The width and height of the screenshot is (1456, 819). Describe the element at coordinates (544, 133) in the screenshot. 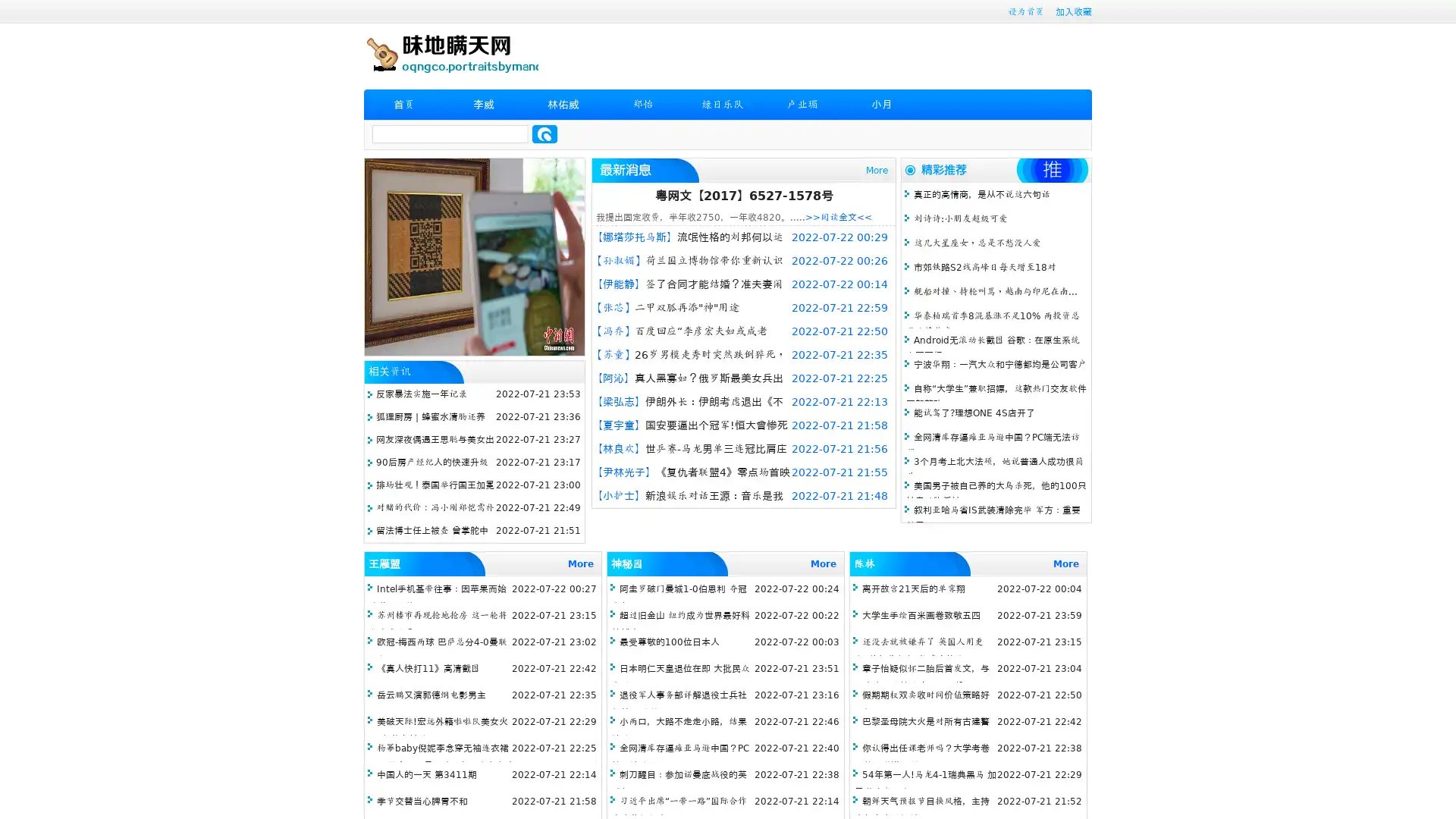

I see `Search` at that location.